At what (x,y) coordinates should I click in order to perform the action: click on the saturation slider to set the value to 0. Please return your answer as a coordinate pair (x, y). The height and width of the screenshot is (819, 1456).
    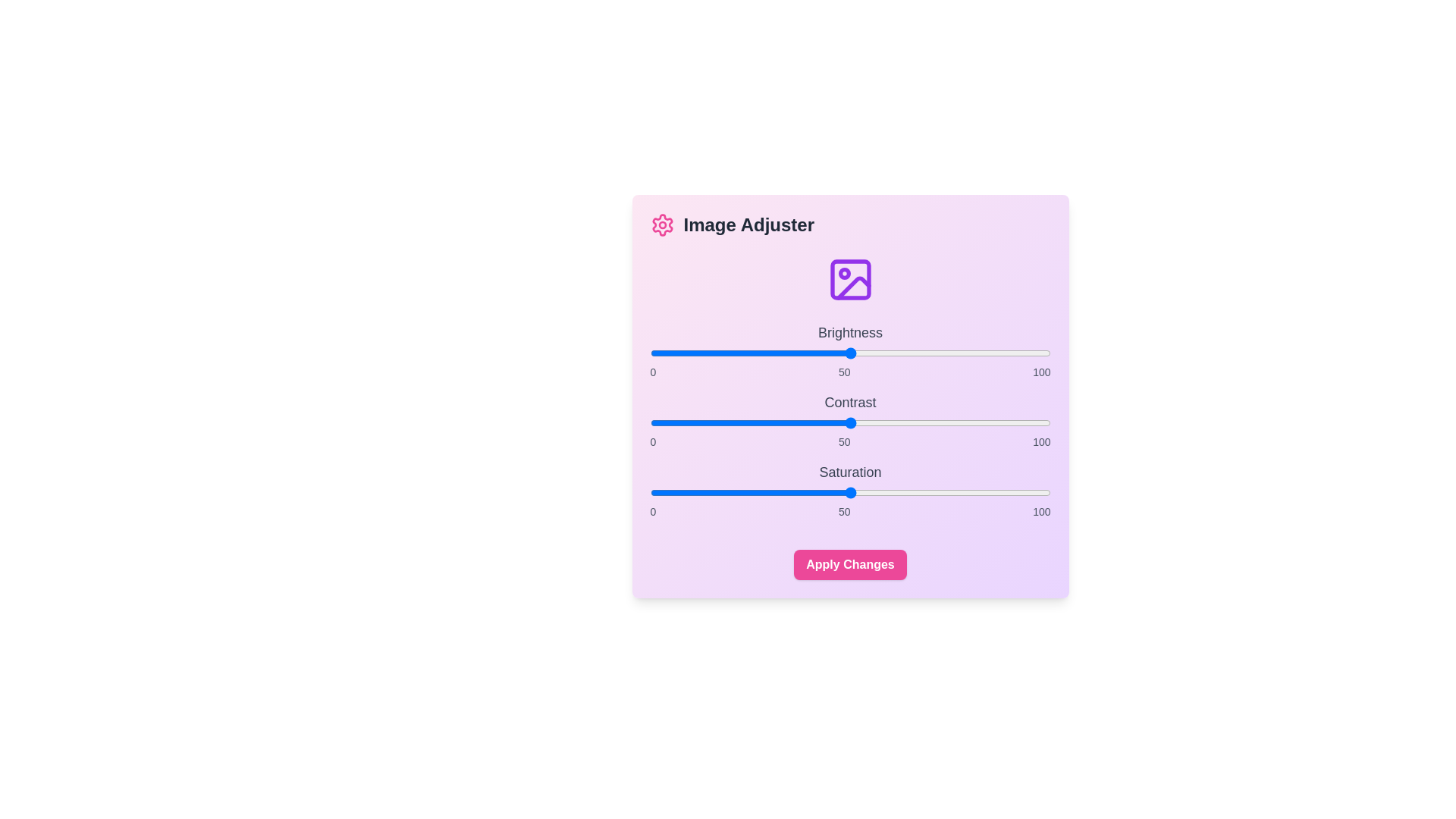
    Looking at the image, I should click on (650, 493).